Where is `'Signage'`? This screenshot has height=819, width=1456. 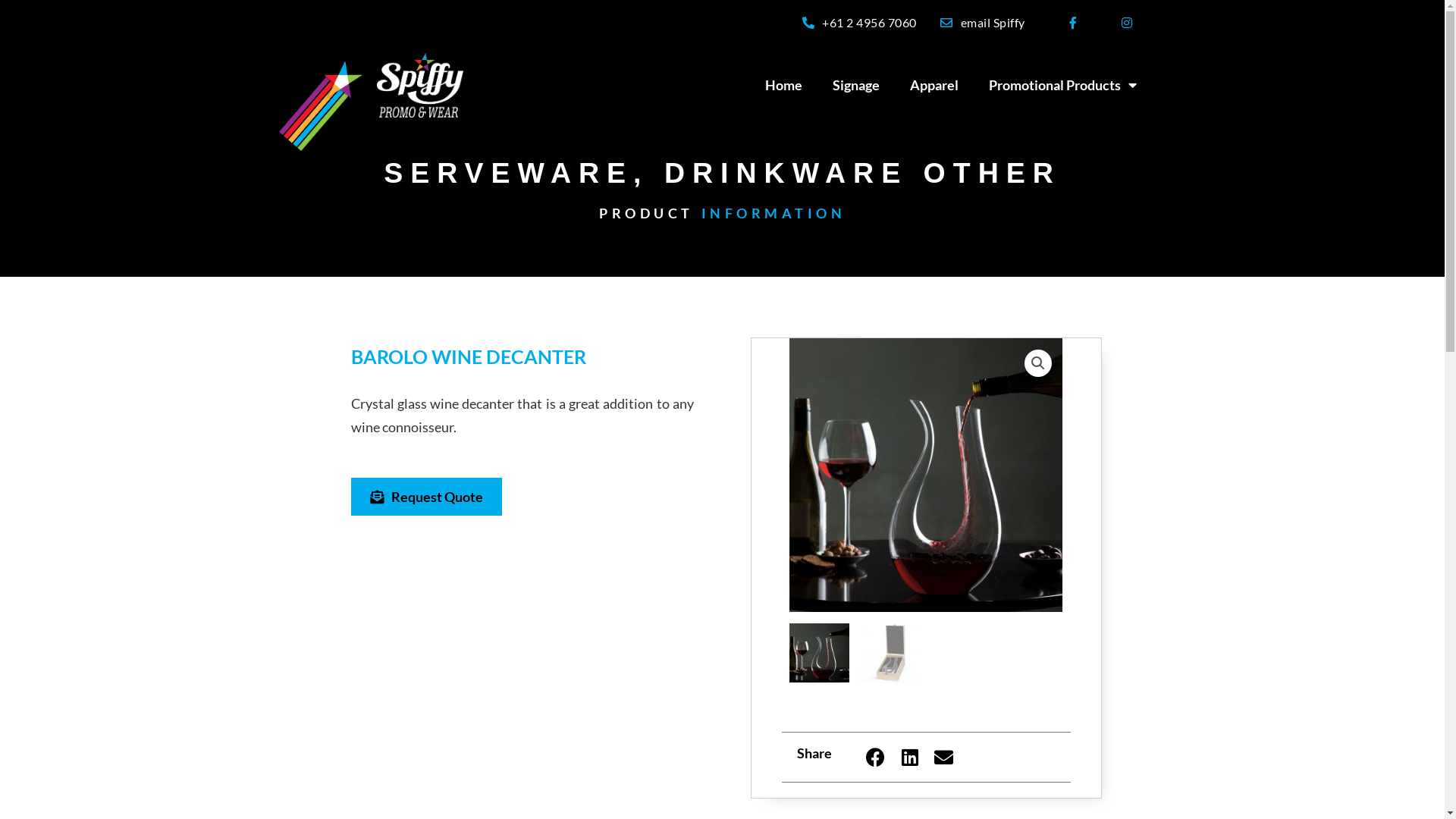 'Signage' is located at coordinates (855, 84).